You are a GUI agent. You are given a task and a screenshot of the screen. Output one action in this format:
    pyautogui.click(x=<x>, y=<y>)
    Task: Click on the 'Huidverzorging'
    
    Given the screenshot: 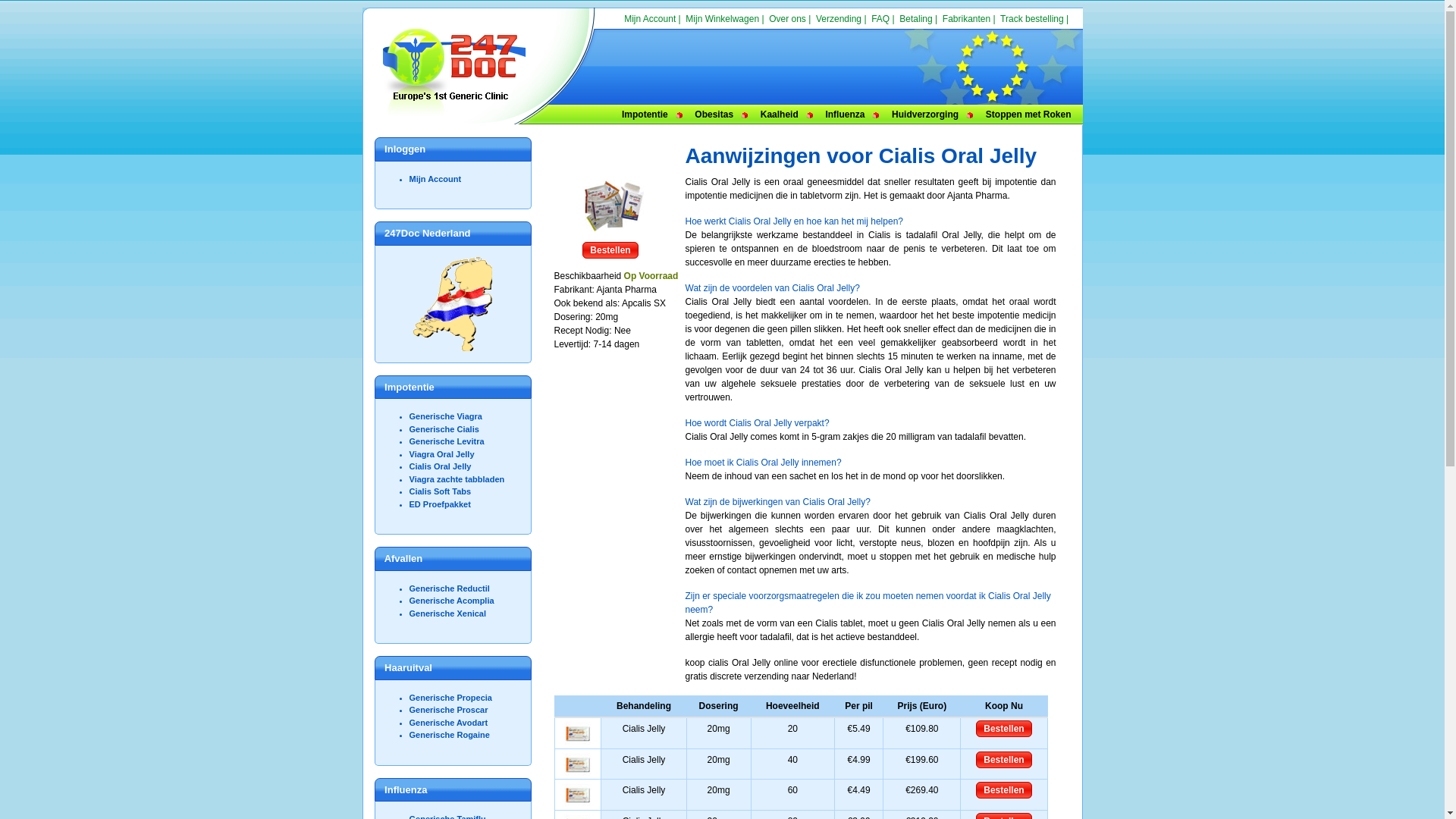 What is the action you would take?
    pyautogui.click(x=924, y=113)
    